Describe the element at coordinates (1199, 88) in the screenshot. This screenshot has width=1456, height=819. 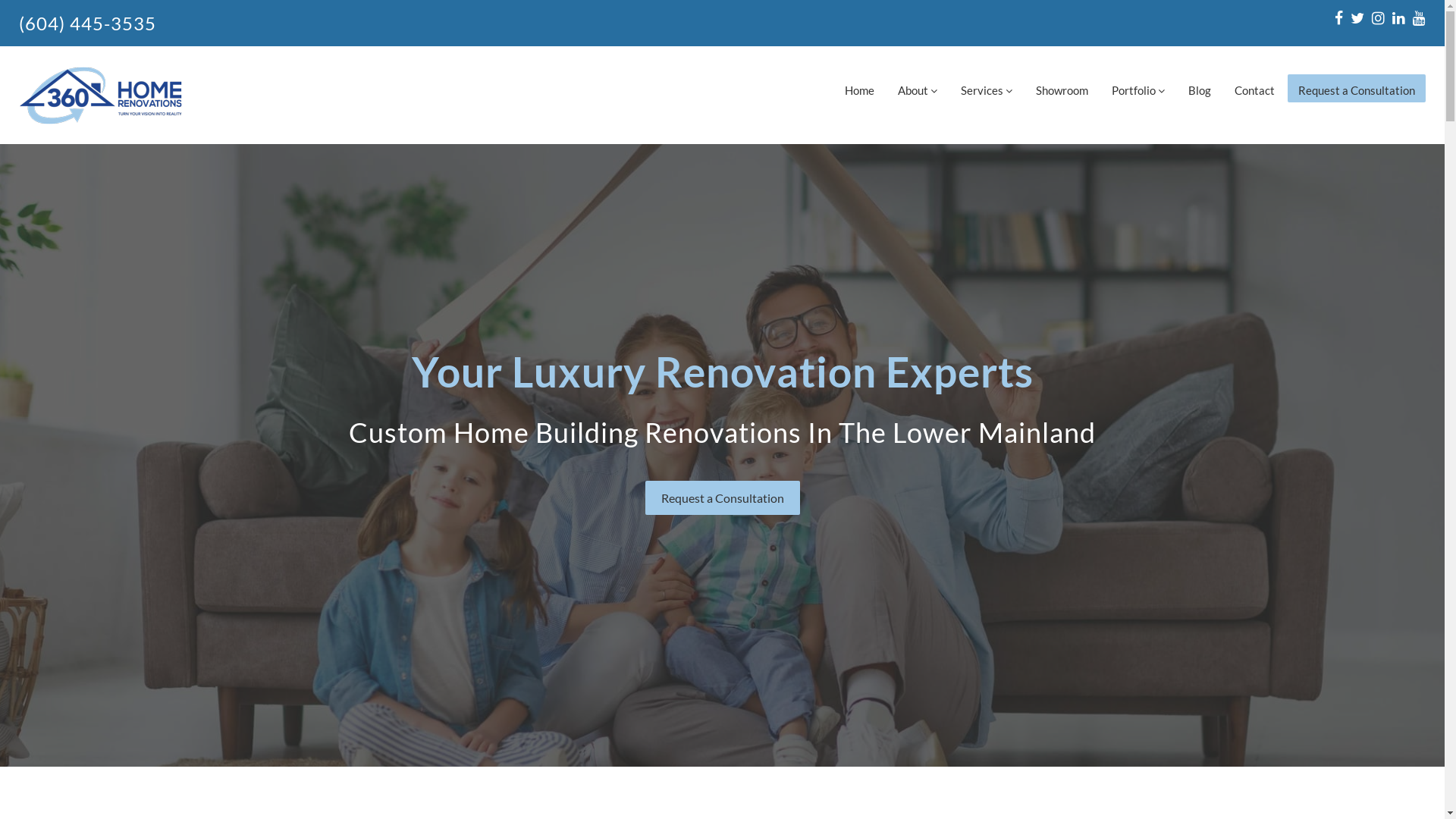
I see `'Blog'` at that location.